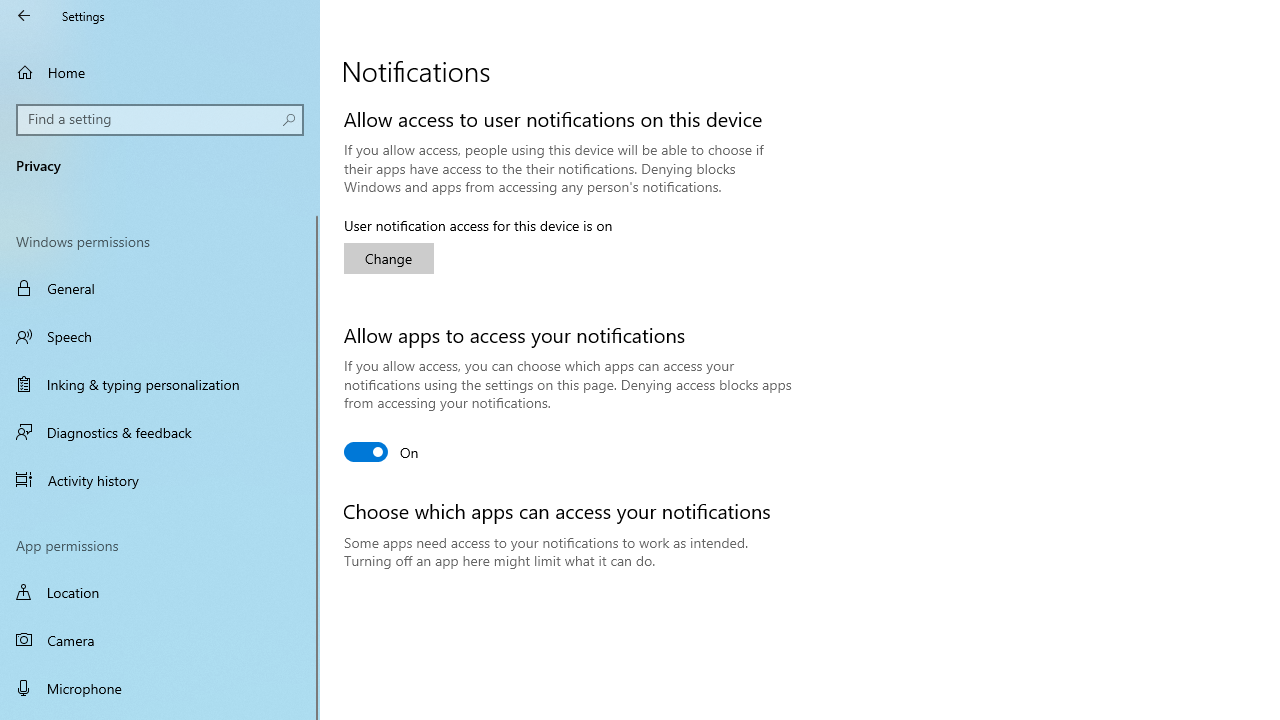 The image size is (1280, 720). Describe the element at coordinates (160, 686) in the screenshot. I see `'Microphone'` at that location.